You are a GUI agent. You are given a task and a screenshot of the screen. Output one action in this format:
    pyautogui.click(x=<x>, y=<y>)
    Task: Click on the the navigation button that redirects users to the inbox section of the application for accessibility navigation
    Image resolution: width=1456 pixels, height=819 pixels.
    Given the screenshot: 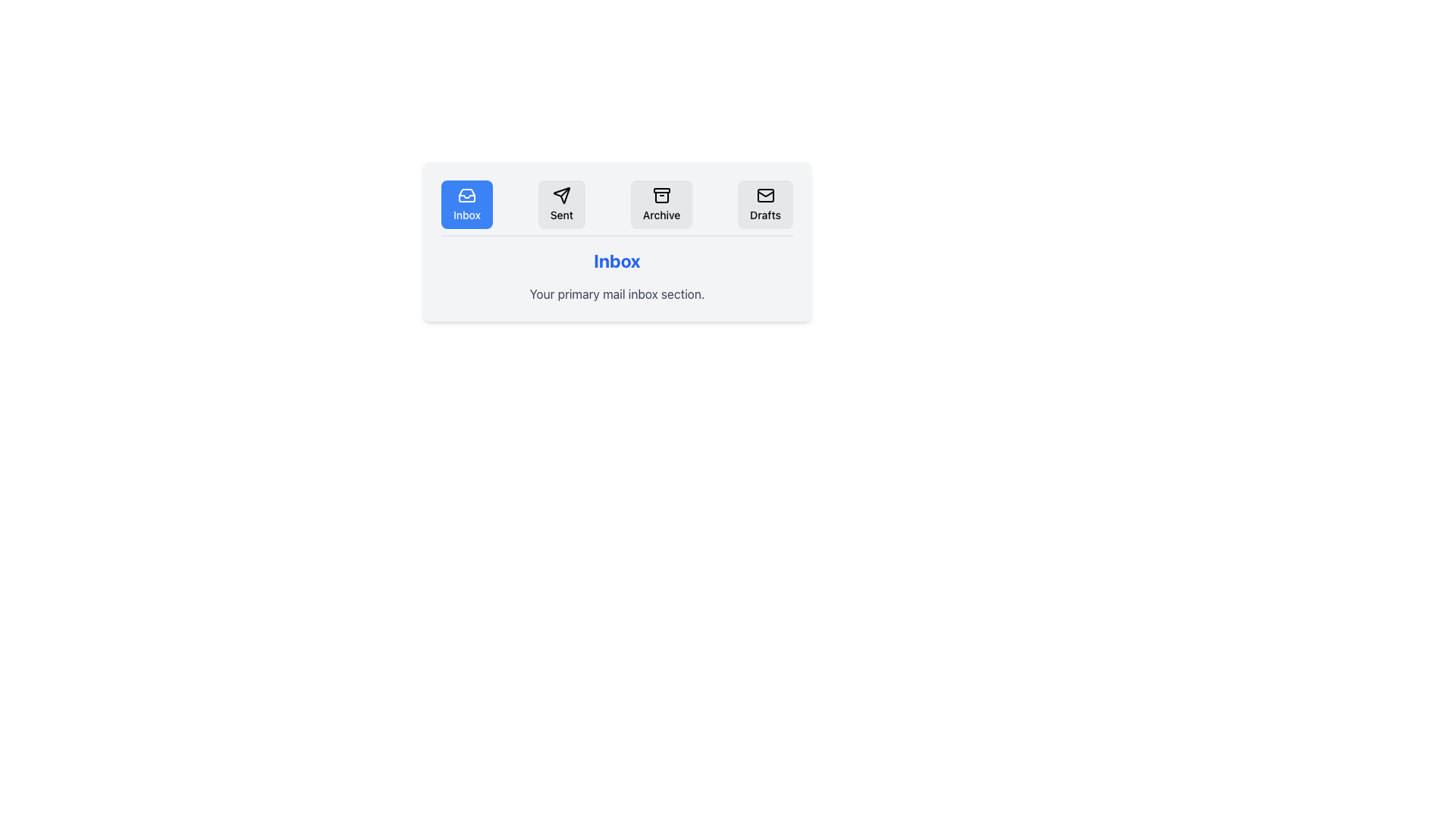 What is the action you would take?
    pyautogui.click(x=466, y=205)
    